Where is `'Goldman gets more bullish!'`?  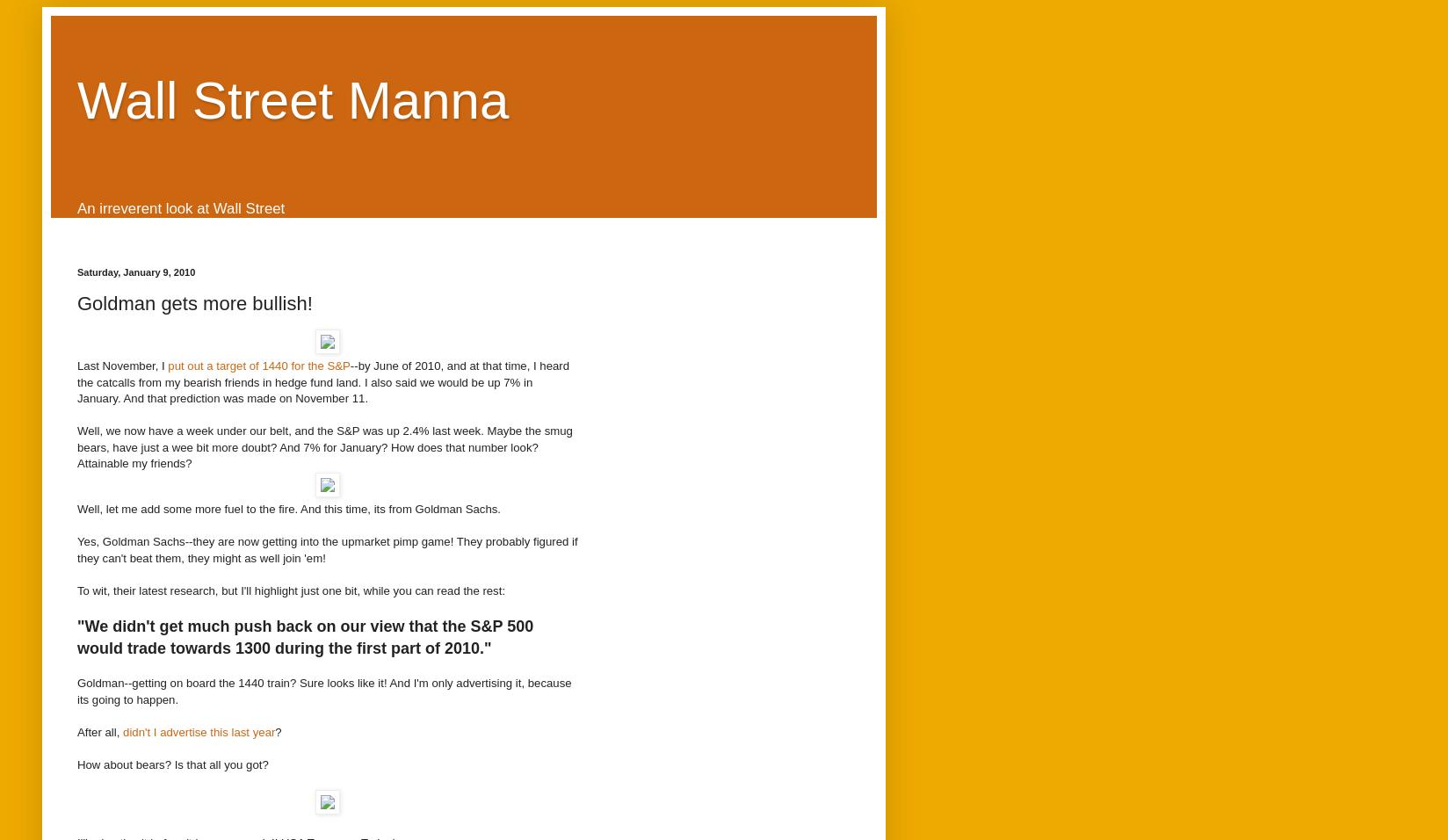 'Goldman gets more bullish!' is located at coordinates (193, 301).